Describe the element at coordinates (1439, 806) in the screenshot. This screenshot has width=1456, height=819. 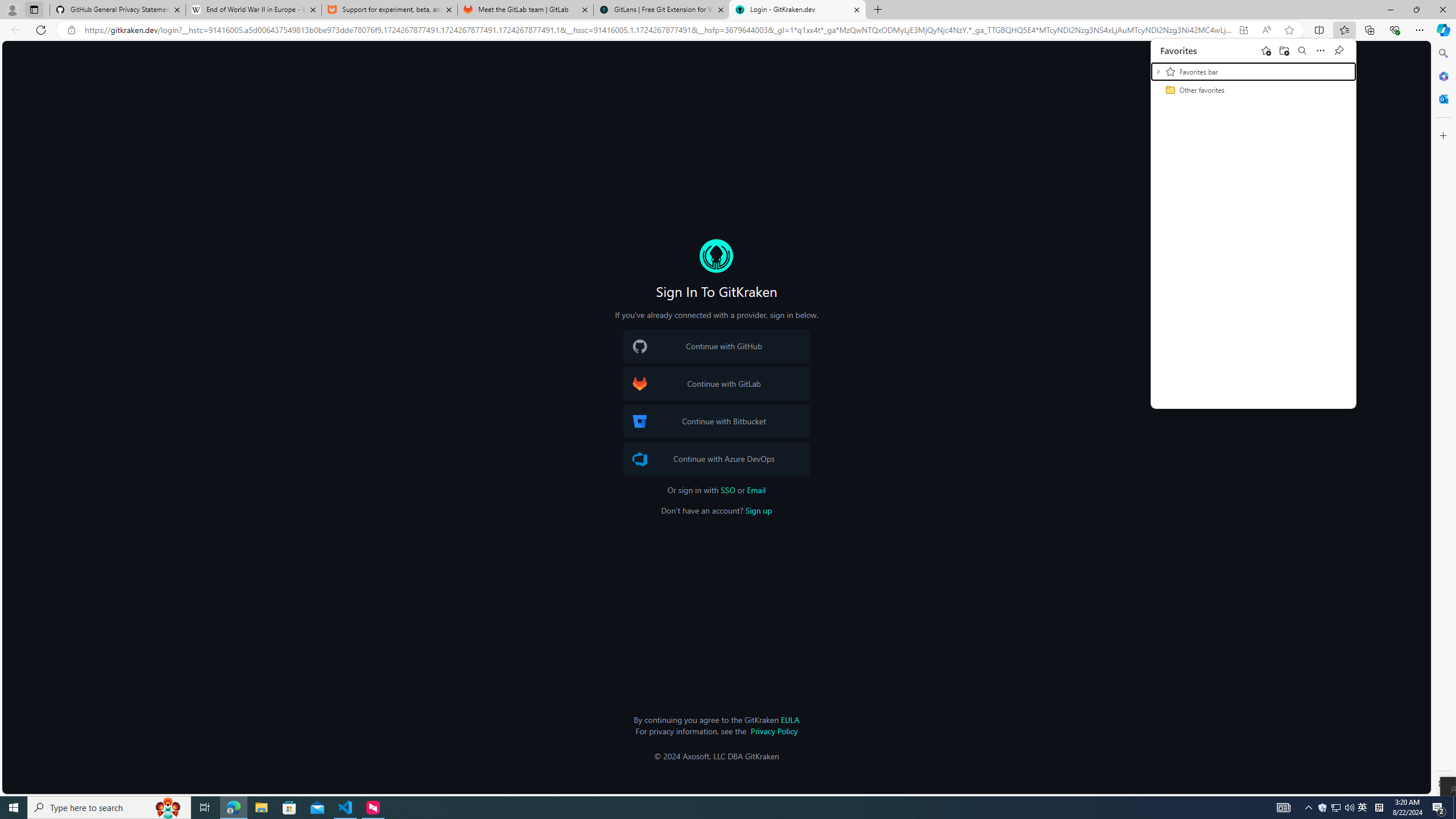
I see `'Action Center, 2 new notifications'` at that location.